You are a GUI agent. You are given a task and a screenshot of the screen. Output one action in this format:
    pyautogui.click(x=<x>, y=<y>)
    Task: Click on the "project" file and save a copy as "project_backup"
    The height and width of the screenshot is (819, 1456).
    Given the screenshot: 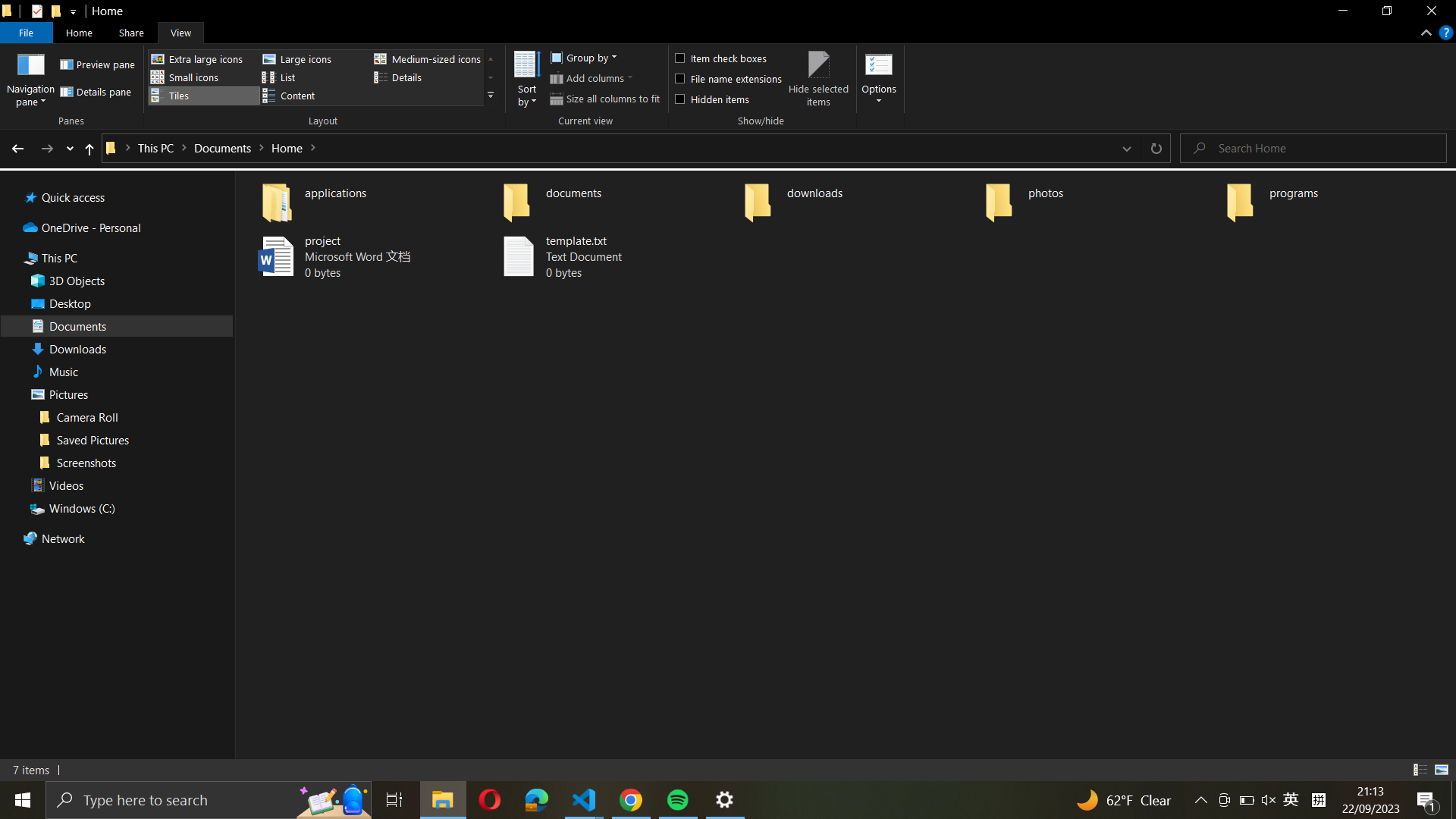 What is the action you would take?
    pyautogui.click(x=361, y=256)
    